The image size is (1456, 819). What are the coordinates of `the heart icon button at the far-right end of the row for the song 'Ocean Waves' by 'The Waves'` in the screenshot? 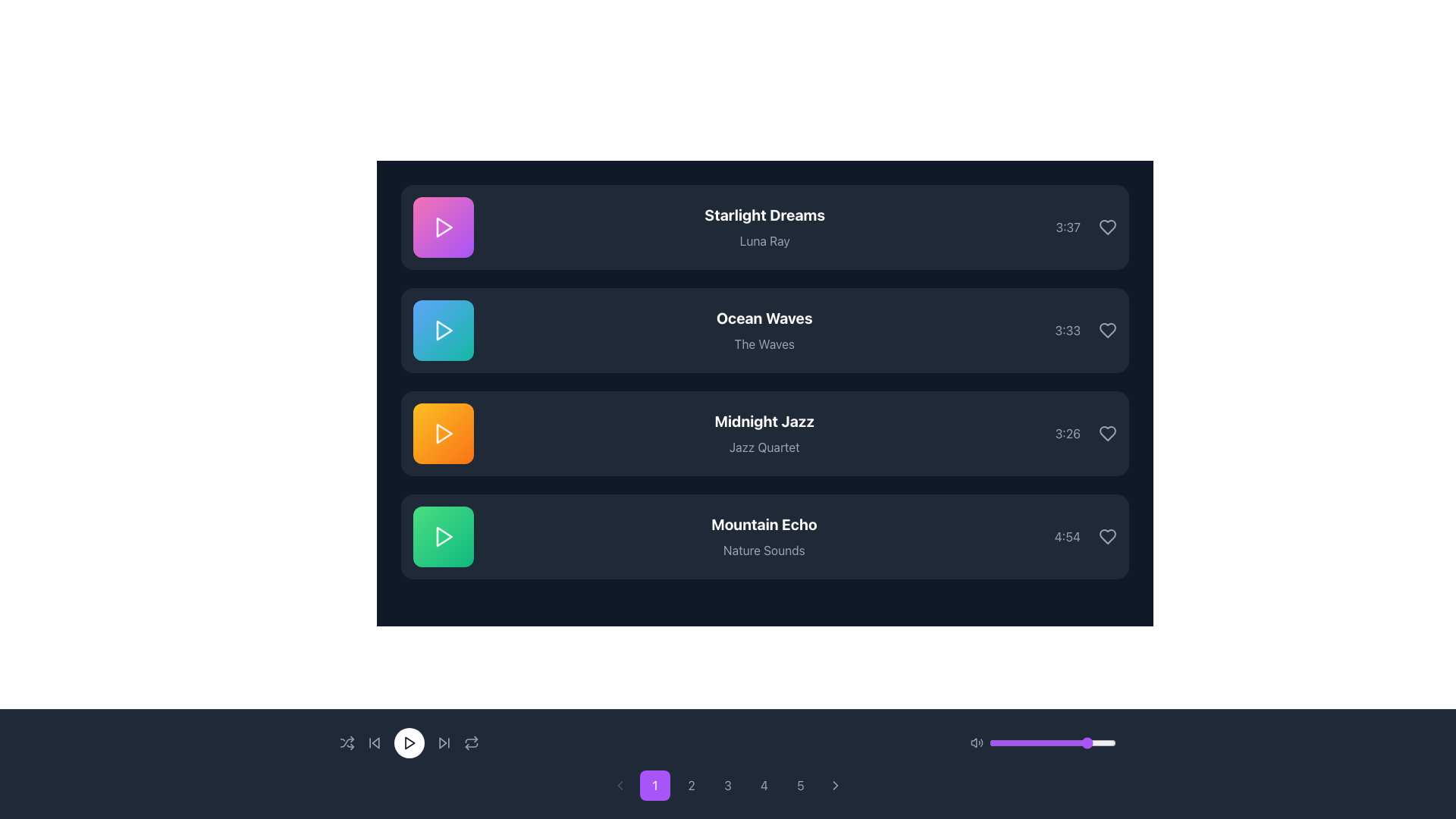 It's located at (1107, 329).